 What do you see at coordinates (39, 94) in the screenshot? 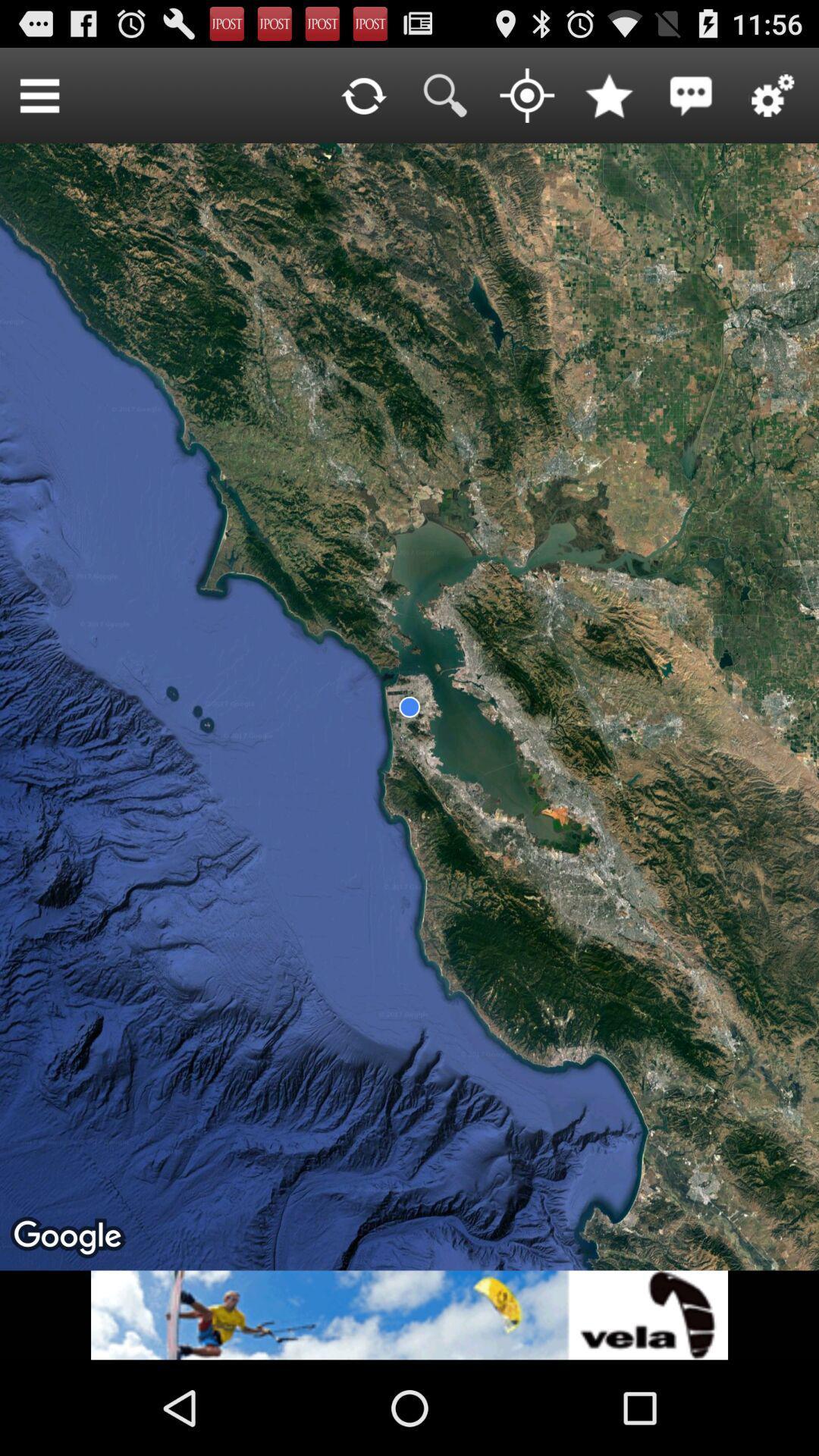
I see `the icon at the top left corner` at bounding box center [39, 94].